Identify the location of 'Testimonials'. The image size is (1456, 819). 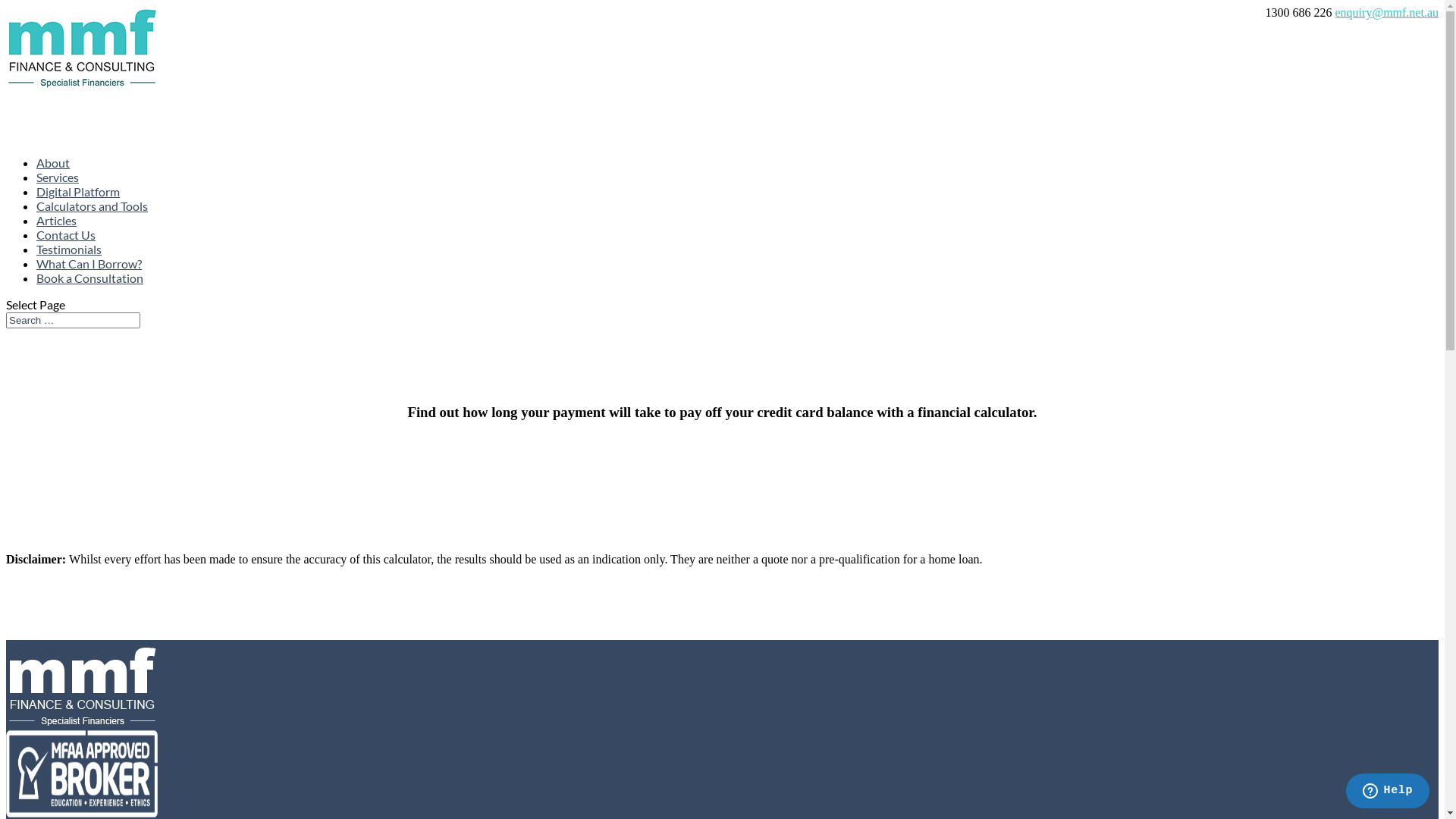
(68, 271).